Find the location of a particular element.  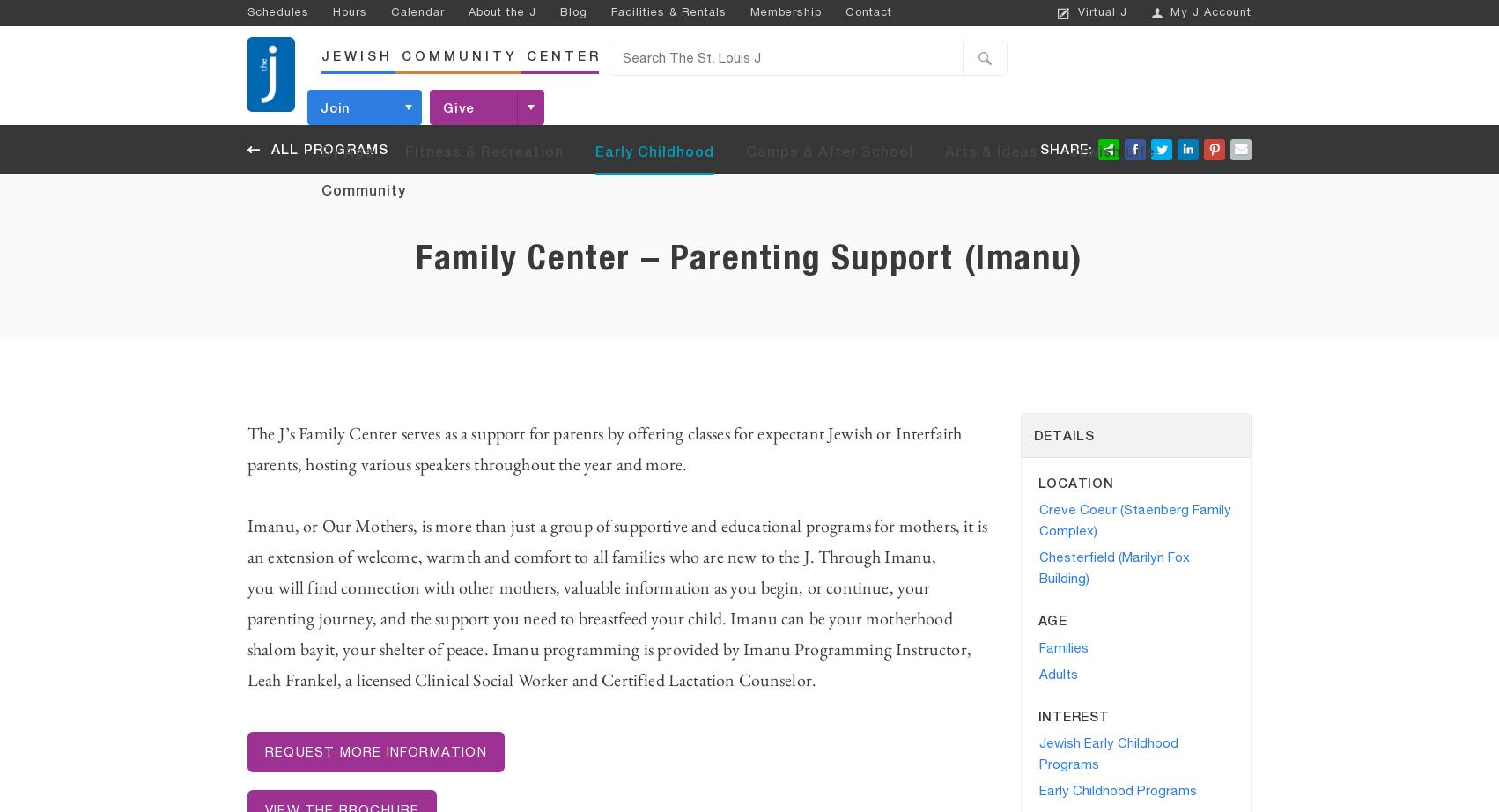

'Imanu, or Our Mothers, is more than just a group of supportive and educational programs for mothers, it is an extension of welcome, warmth and comfort to all families who are new to the J. Through Imanu, you will find connection with other mothers, valuable information as you begin, or continue, your parenting journey, and the support you need to breastfeed your child. Imanu can be your motherhood shalom bayit, your shelter of peace. Imanu programming is provided by Imanu Programming Instructor, Leah Frankel, a licensed Clinical Social Worker and Certified Lactation Counselor.' is located at coordinates (617, 602).